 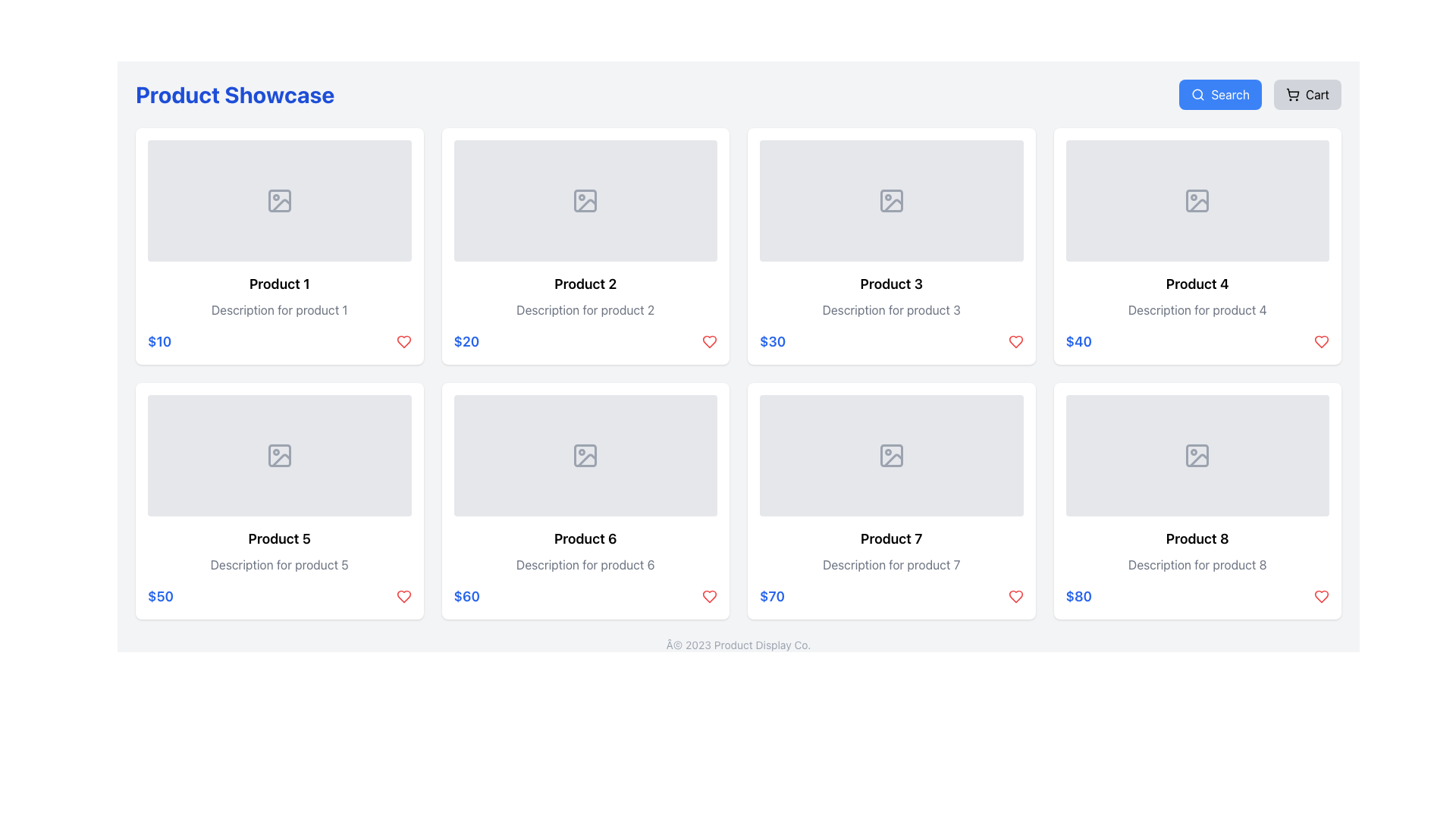 What do you see at coordinates (585, 200) in the screenshot?
I see `the image placeholder for 'Product 2' located in the top row, second column of the grid layout` at bounding box center [585, 200].